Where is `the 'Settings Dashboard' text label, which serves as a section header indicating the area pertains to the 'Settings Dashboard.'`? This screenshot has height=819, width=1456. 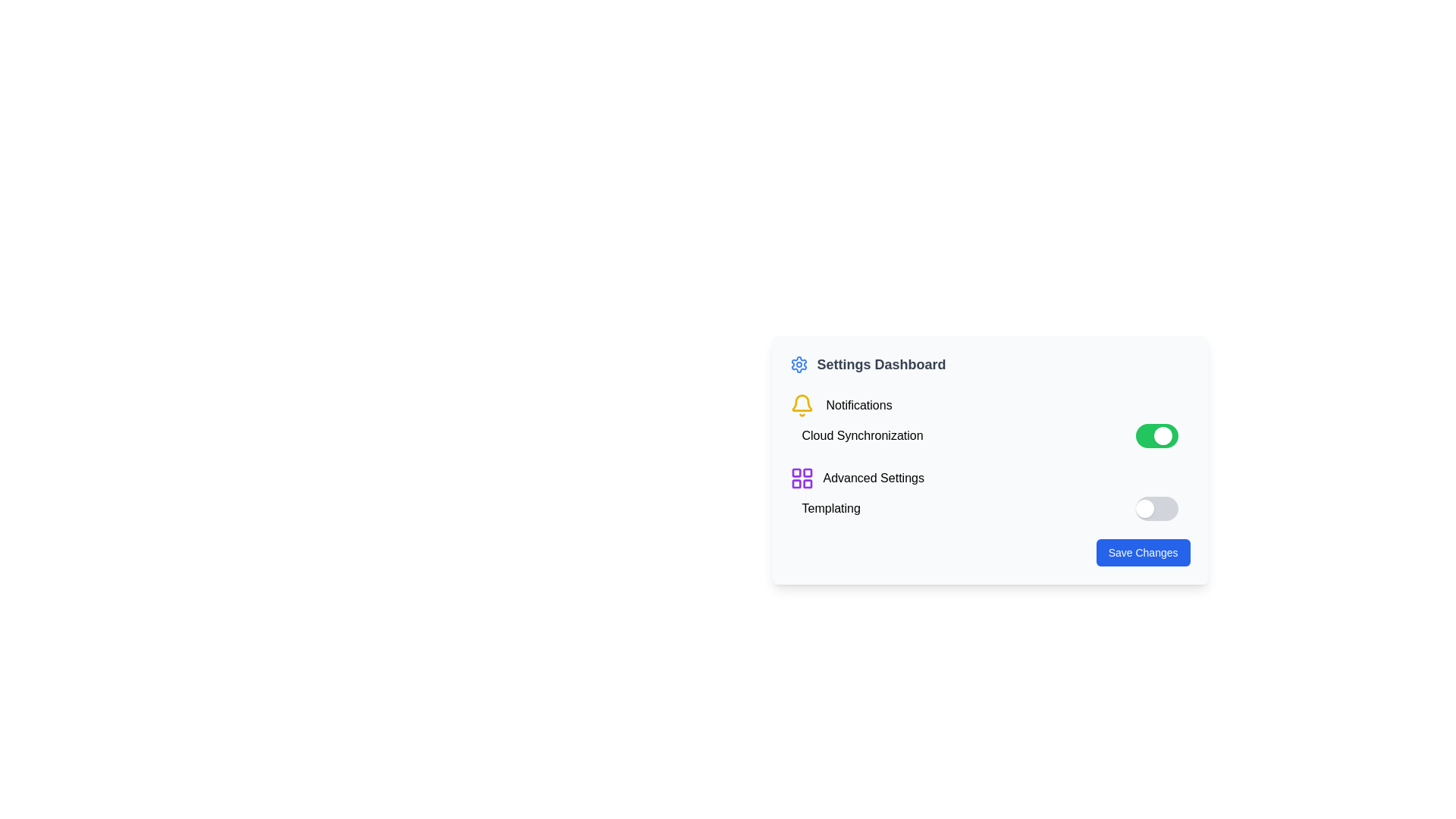 the 'Settings Dashboard' text label, which serves as a section header indicating the area pertains to the 'Settings Dashboard.' is located at coordinates (881, 365).